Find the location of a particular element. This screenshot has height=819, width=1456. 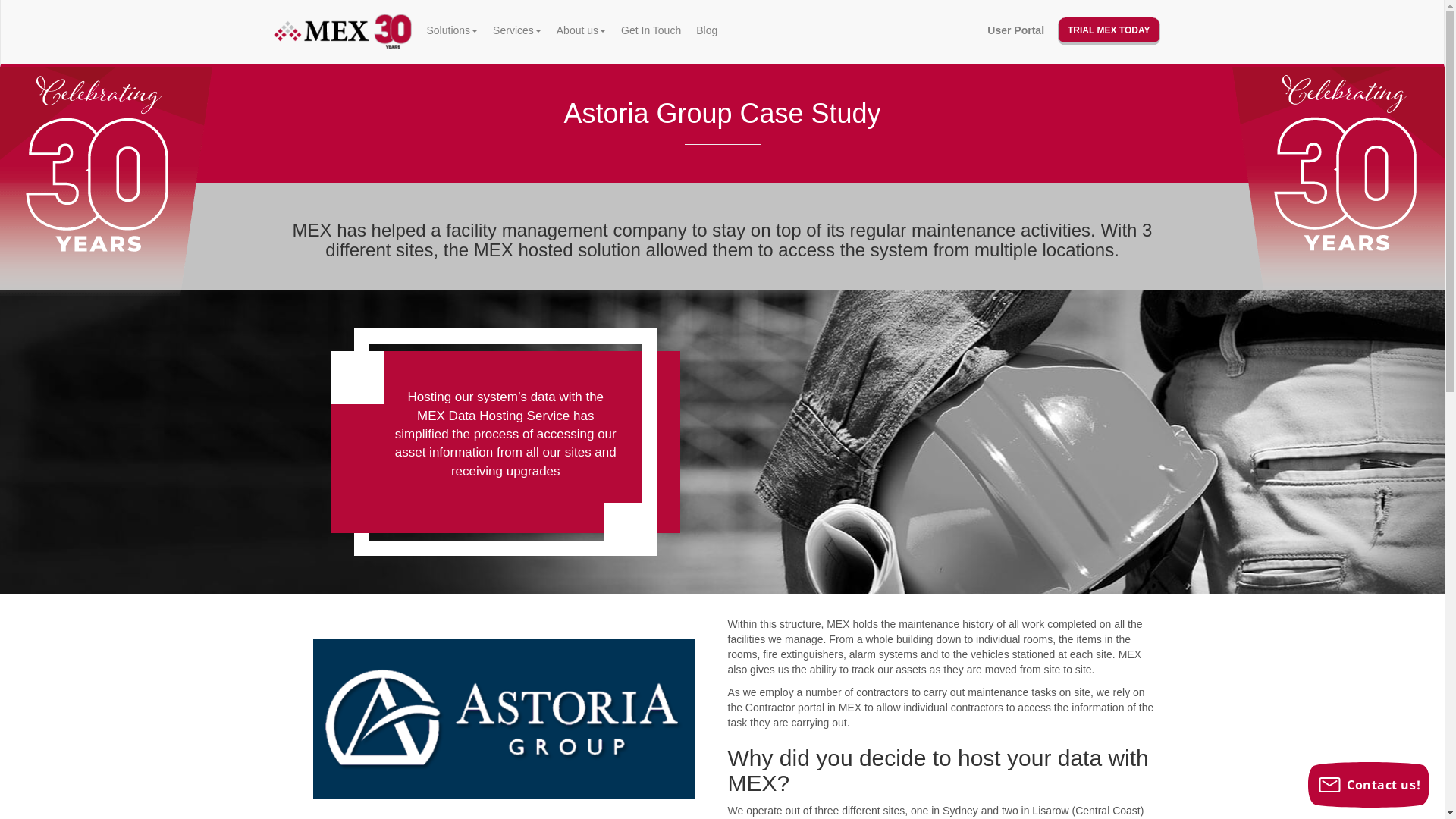

'Get In Touch' is located at coordinates (613, 30).